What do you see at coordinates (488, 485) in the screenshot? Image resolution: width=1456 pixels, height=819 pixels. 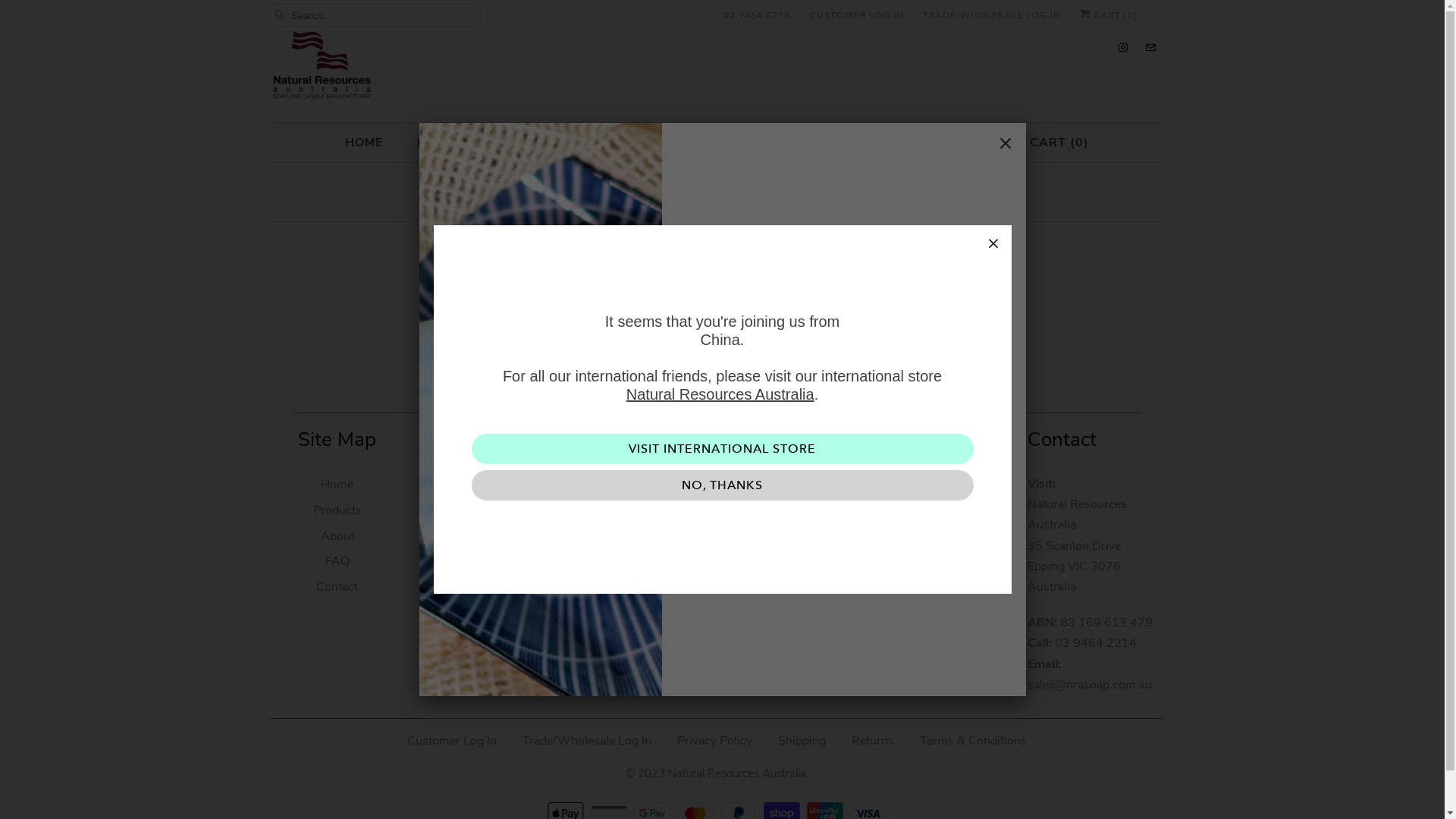 I see `'Soaps'` at bounding box center [488, 485].